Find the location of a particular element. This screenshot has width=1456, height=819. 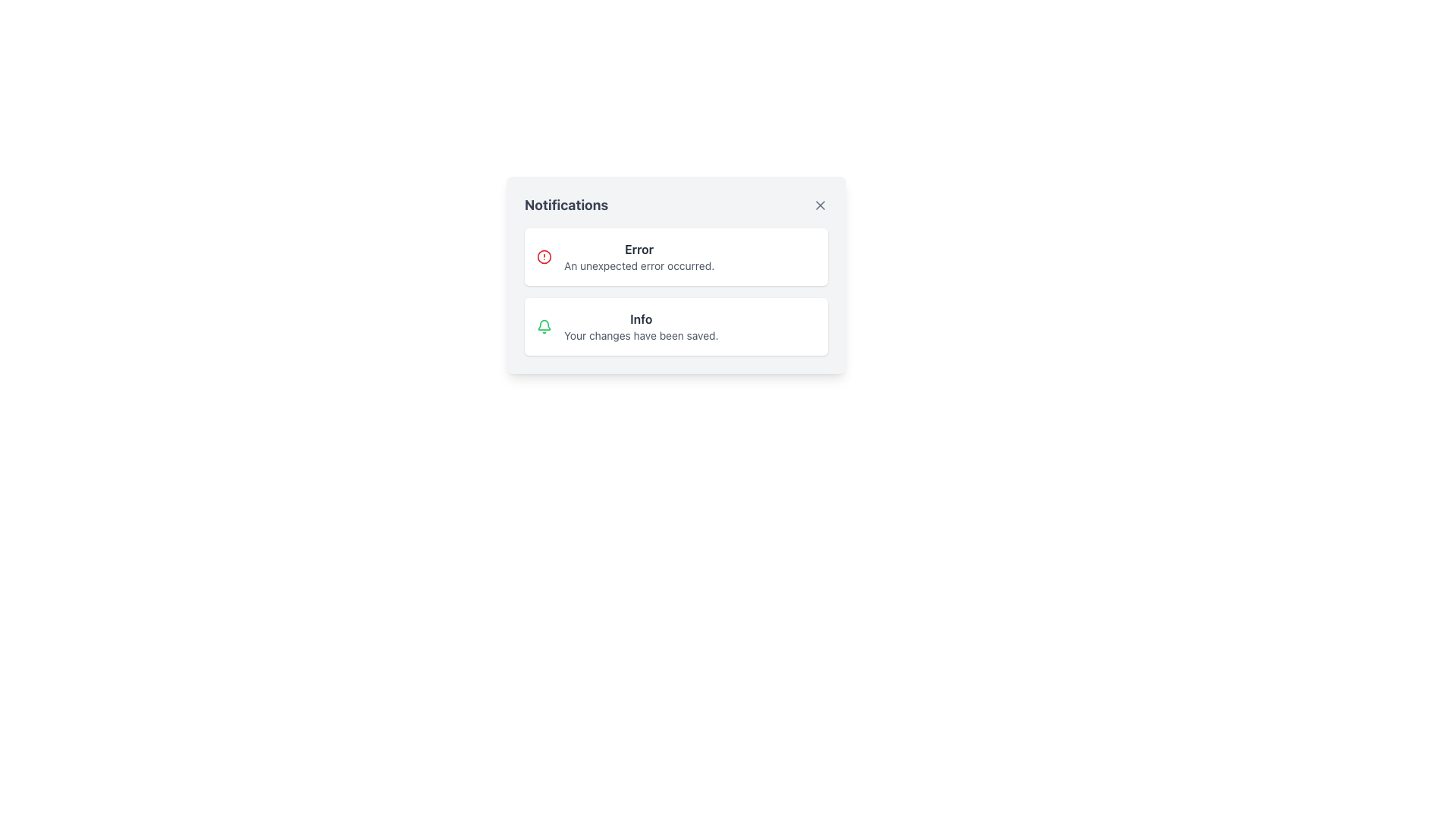

the text element displaying 'Your changes have been saved.' located near the bottom of the second notification card in the notification panel is located at coordinates (641, 335).